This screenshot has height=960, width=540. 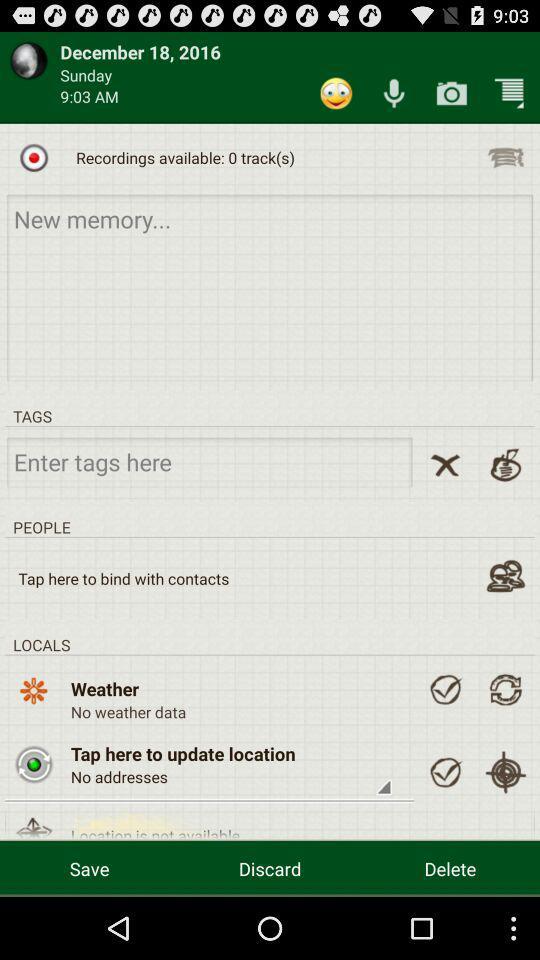 What do you see at coordinates (445, 496) in the screenshot?
I see `the close icon` at bounding box center [445, 496].